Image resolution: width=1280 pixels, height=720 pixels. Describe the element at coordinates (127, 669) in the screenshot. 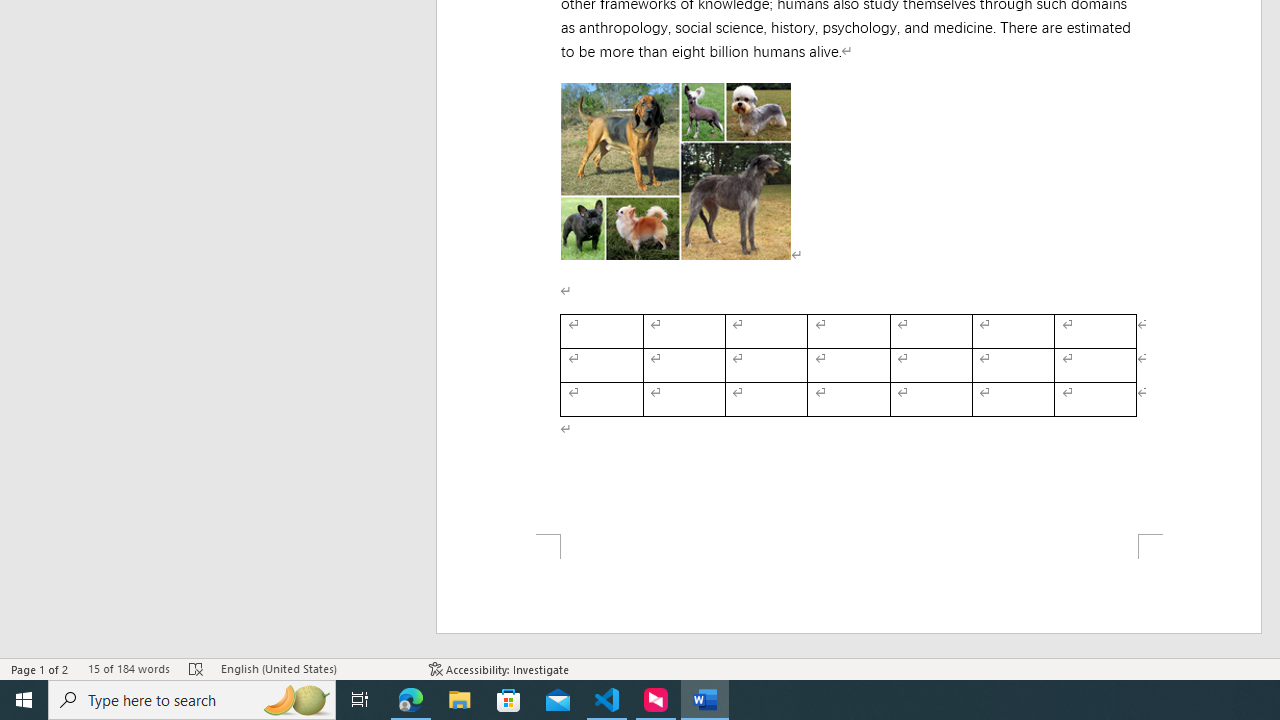

I see `'Word Count 15 of 184 words'` at that location.